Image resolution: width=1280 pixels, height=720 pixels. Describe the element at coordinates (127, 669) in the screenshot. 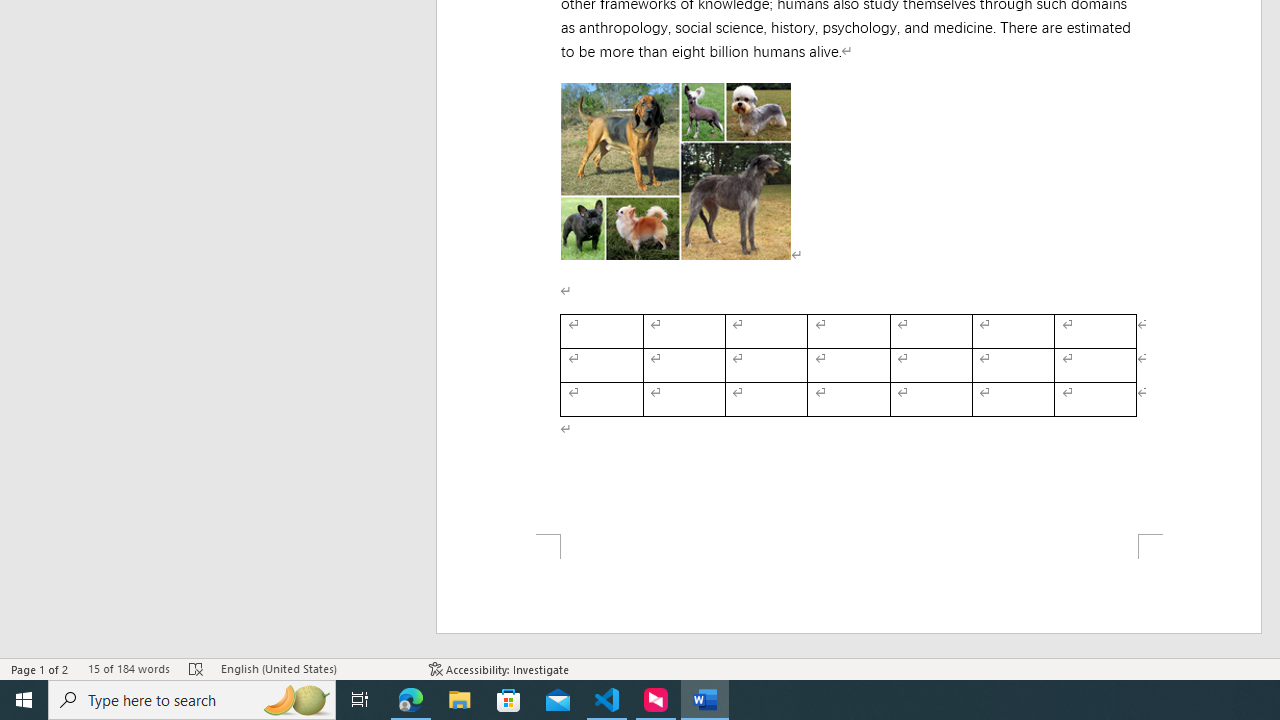

I see `'Word Count 15 of 184 words'` at that location.